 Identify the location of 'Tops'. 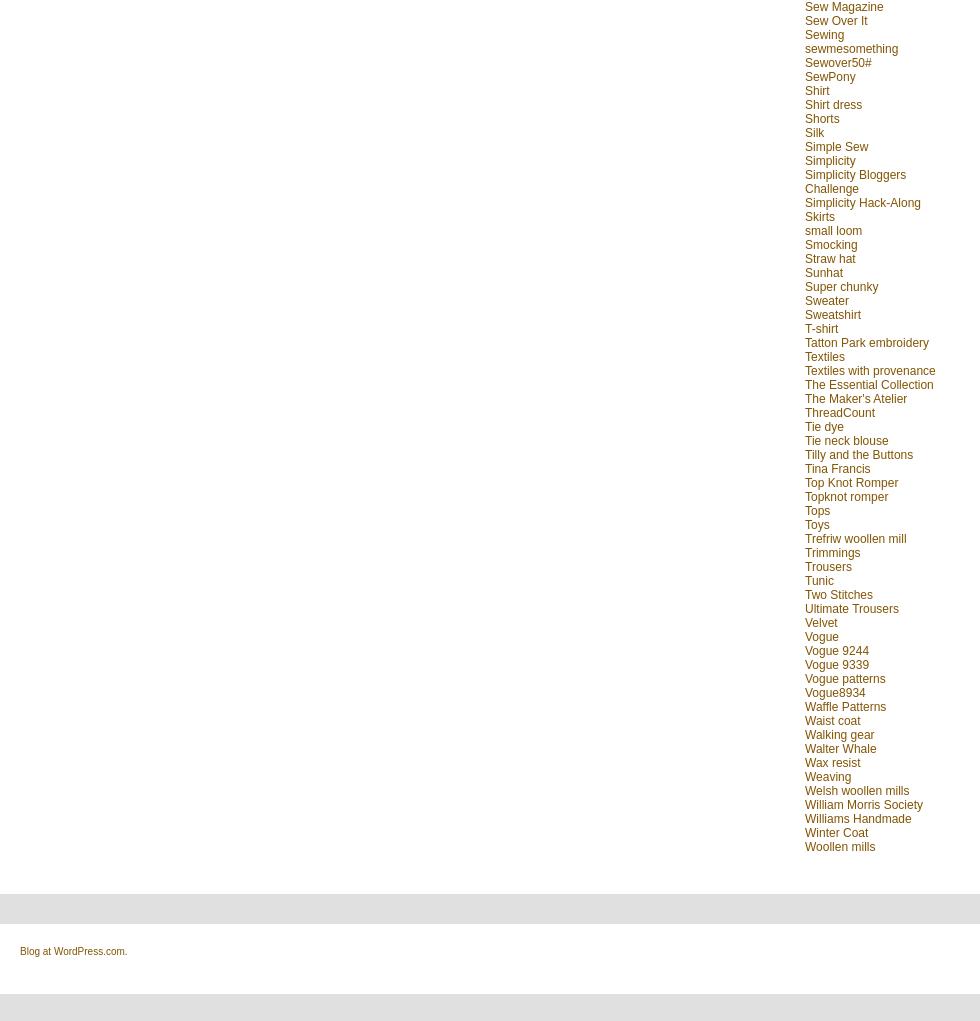
(817, 508).